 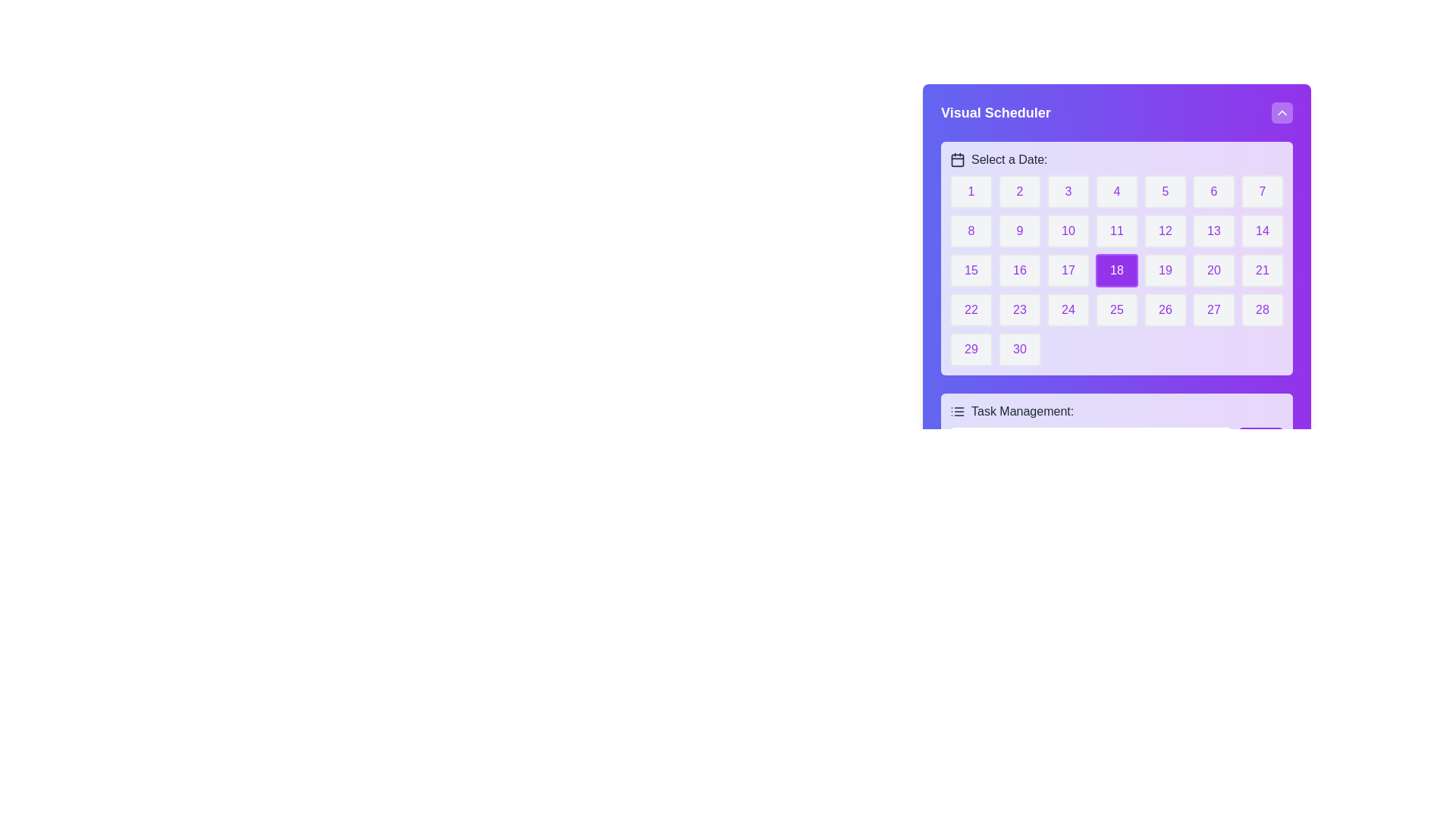 I want to click on the button representing the 15th day of the month in the date selection calendar, so click(x=971, y=270).